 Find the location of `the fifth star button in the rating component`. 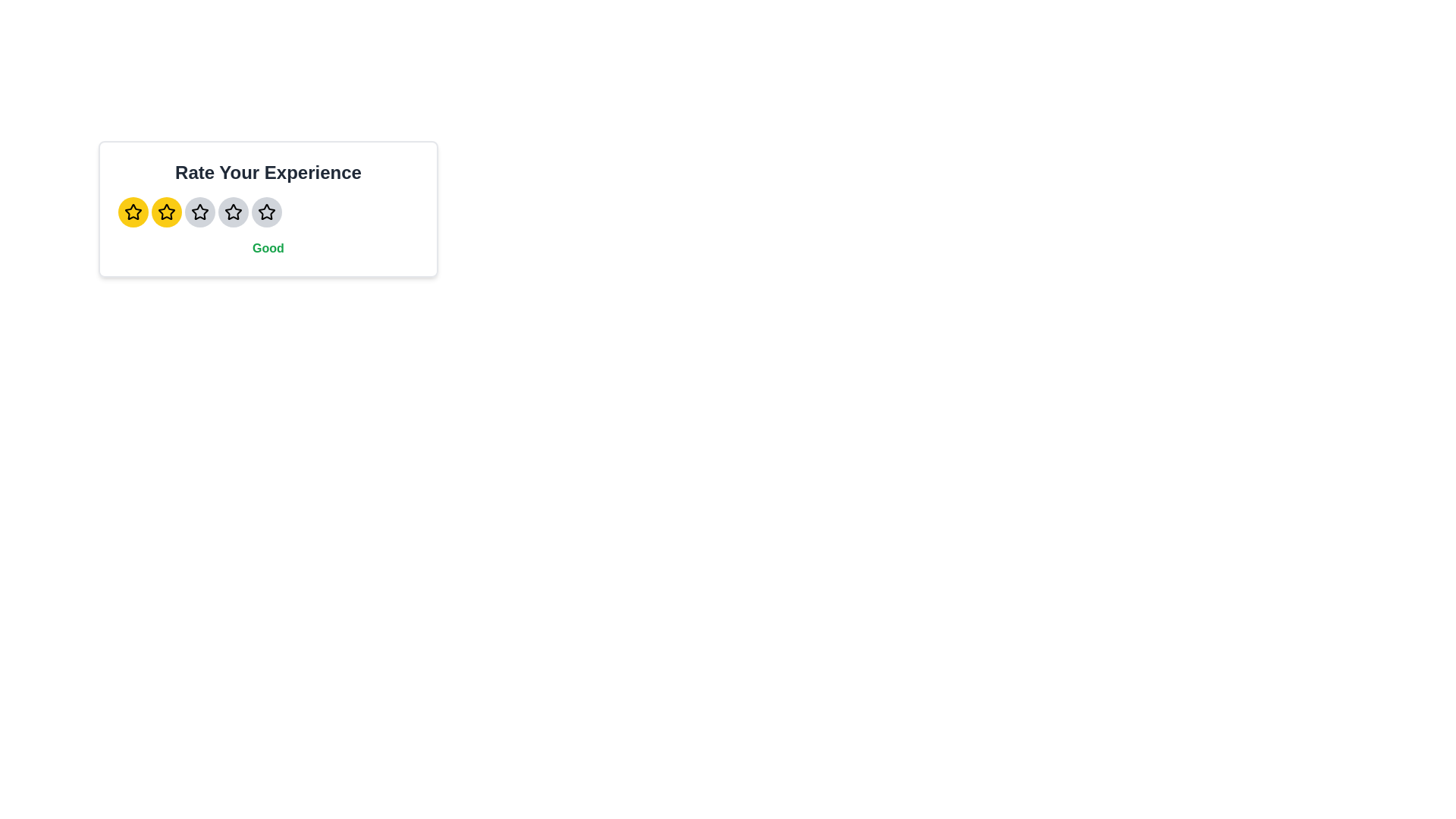

the fifth star button in the rating component is located at coordinates (266, 212).